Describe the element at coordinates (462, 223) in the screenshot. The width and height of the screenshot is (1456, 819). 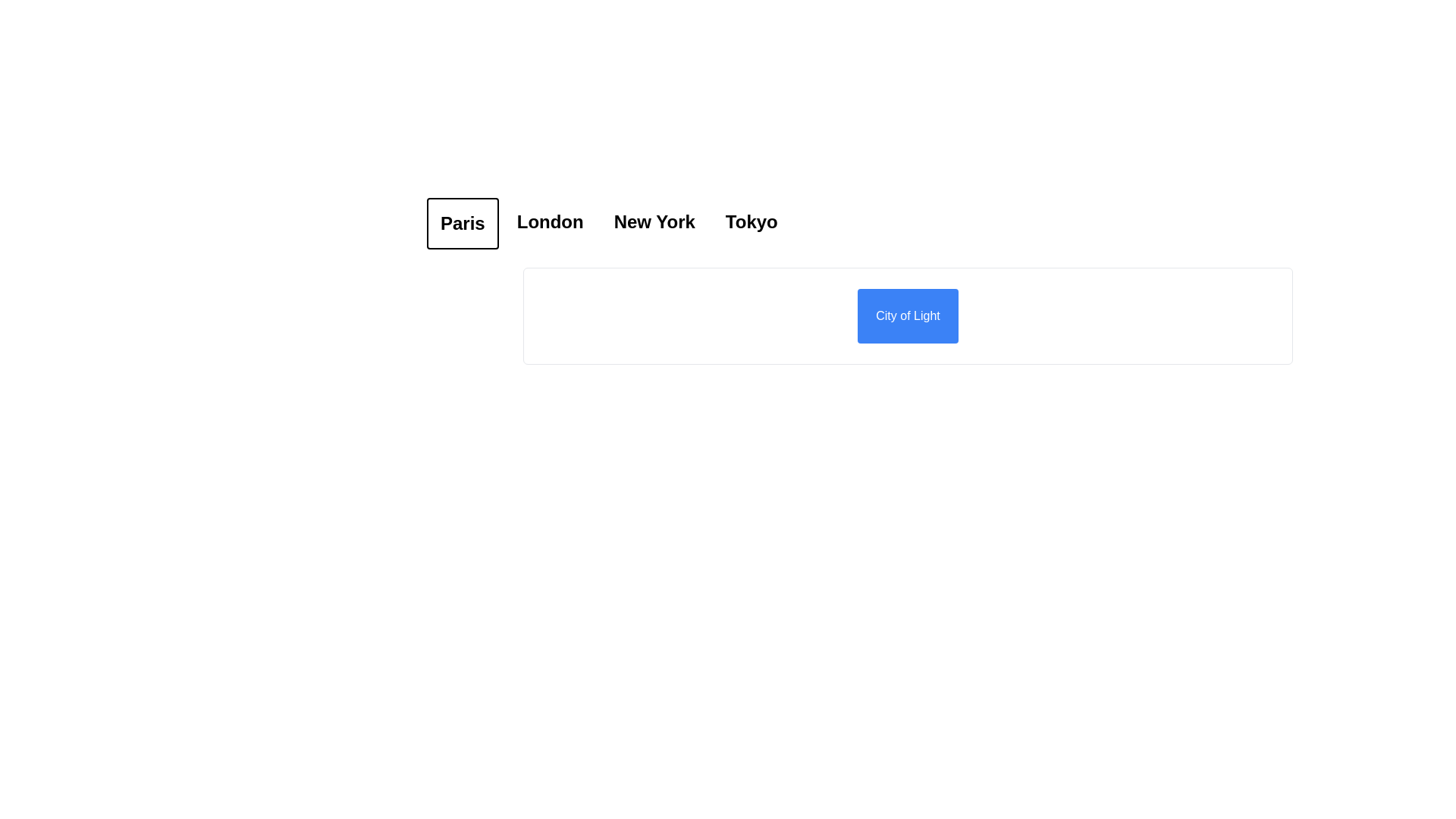
I see `the label displaying 'Paris' in bold, black font` at that location.